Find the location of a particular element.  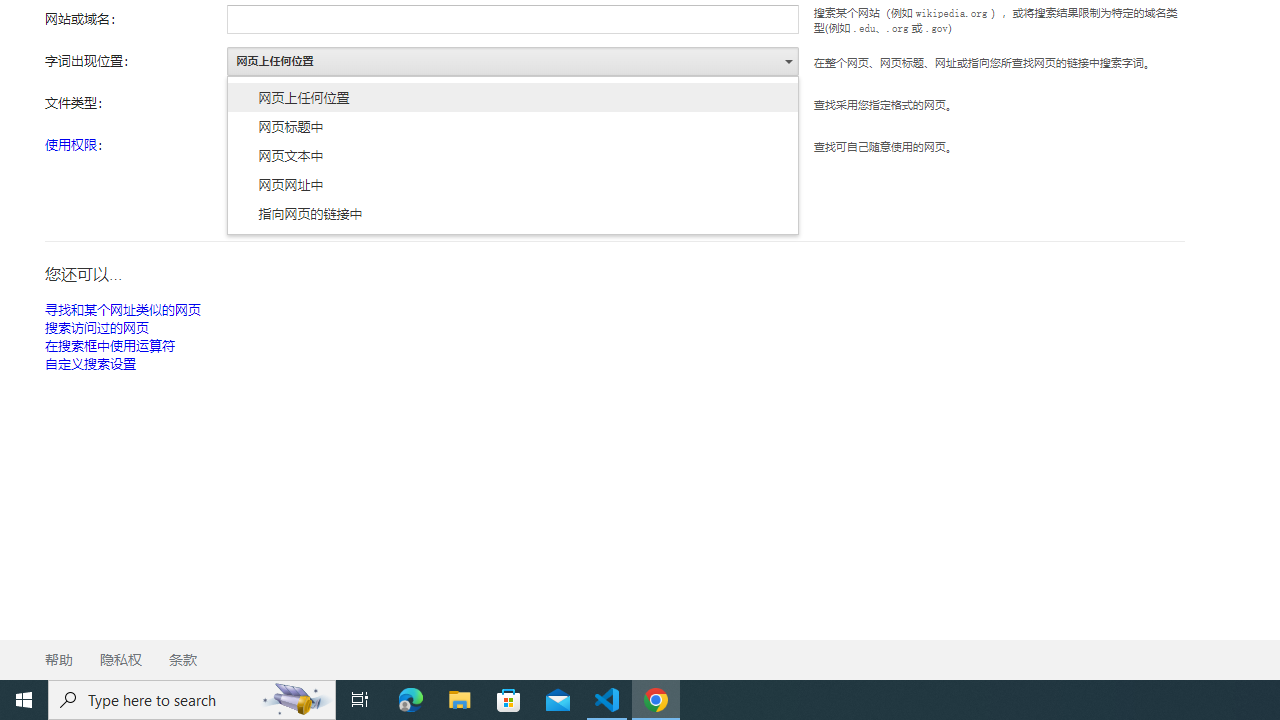

'AutomationID: as_occt_menu' is located at coordinates (513, 154).